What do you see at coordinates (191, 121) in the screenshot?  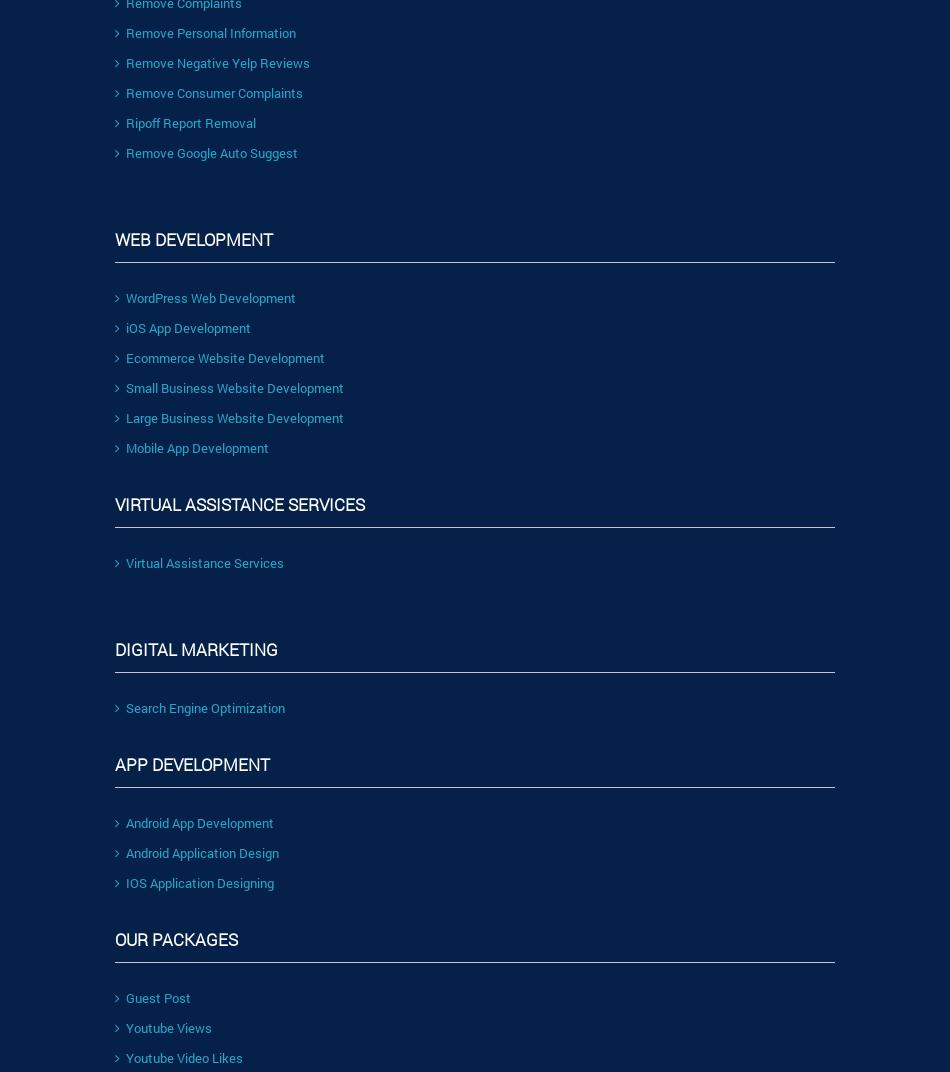 I see `'Ripoff Report Removal'` at bounding box center [191, 121].